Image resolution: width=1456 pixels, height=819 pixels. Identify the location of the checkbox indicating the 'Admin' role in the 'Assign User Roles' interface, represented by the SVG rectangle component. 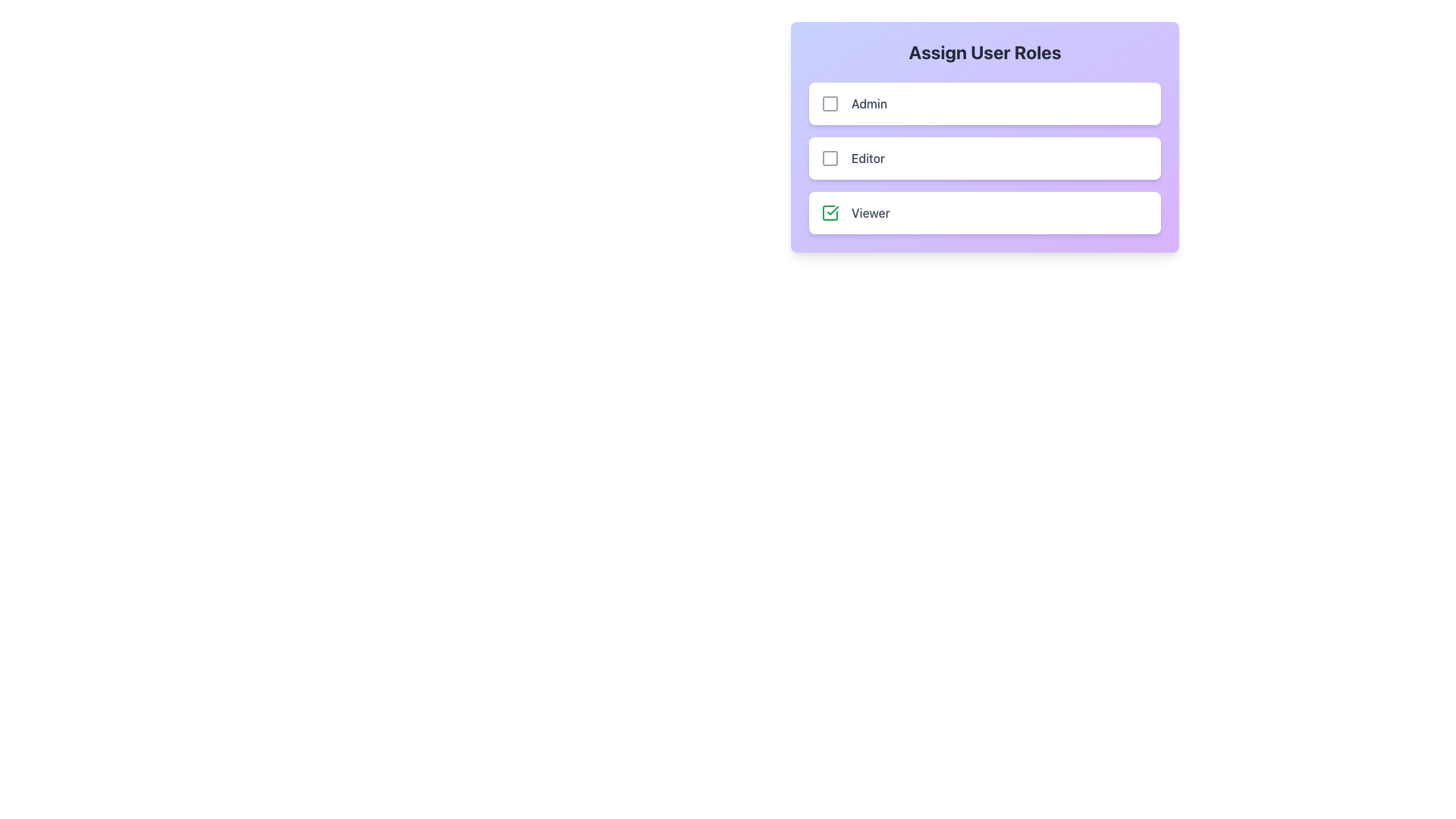
(829, 103).